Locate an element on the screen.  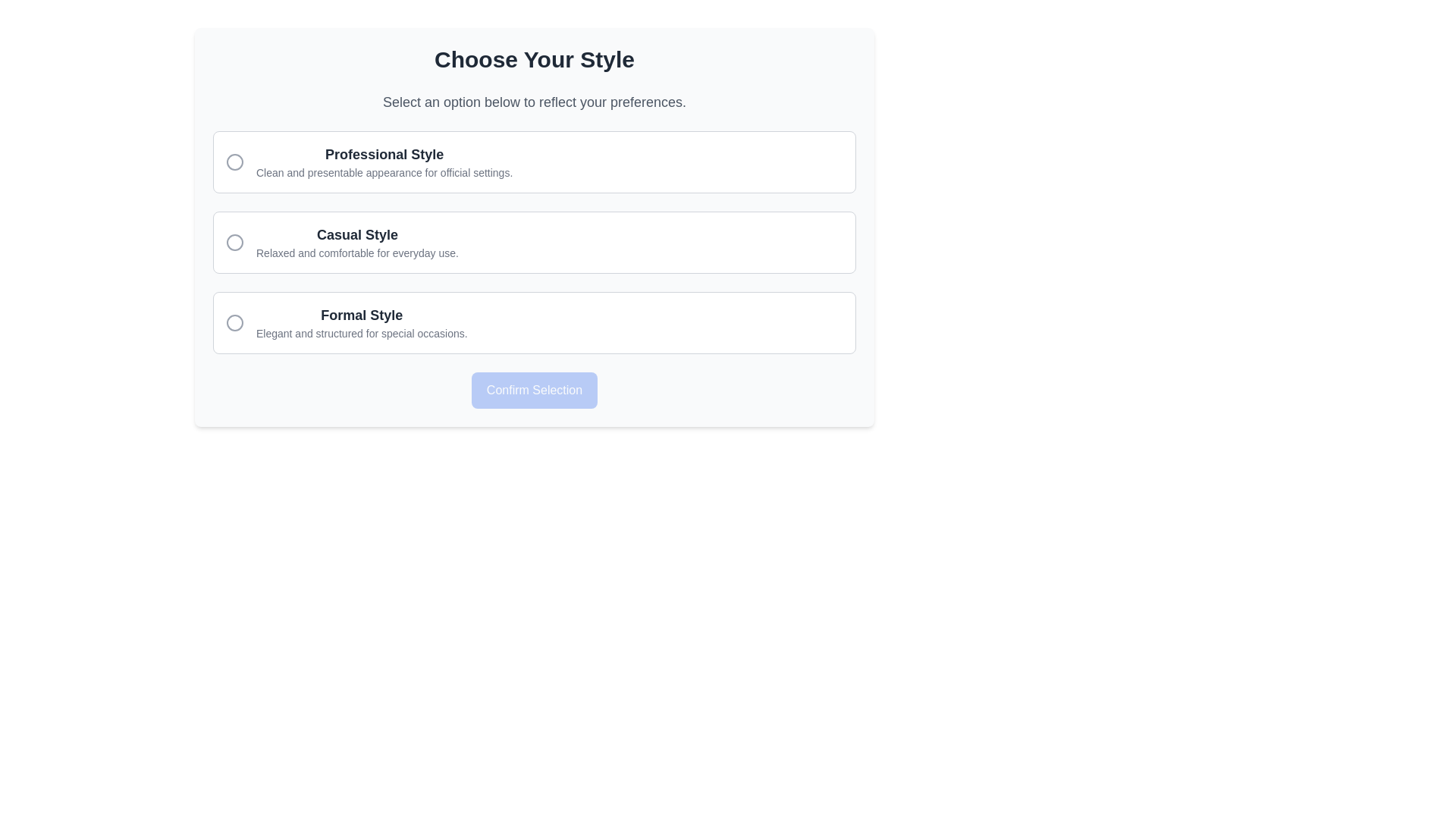
text label for the third choice option in the 'Choose Your Style' section, positioned below the 'Casual Style' option is located at coordinates (361, 315).